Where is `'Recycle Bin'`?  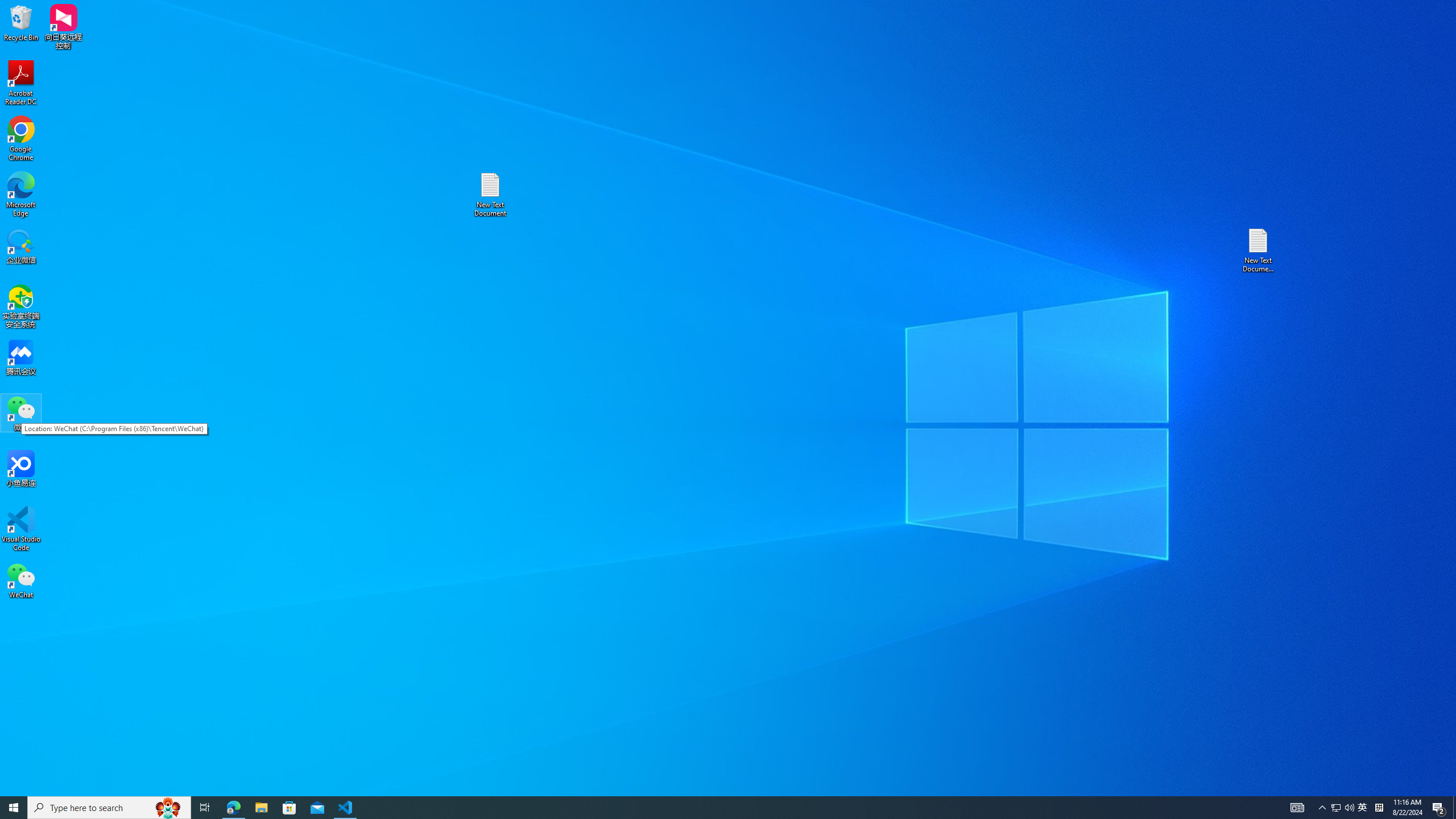
'Recycle Bin' is located at coordinates (20, 22).